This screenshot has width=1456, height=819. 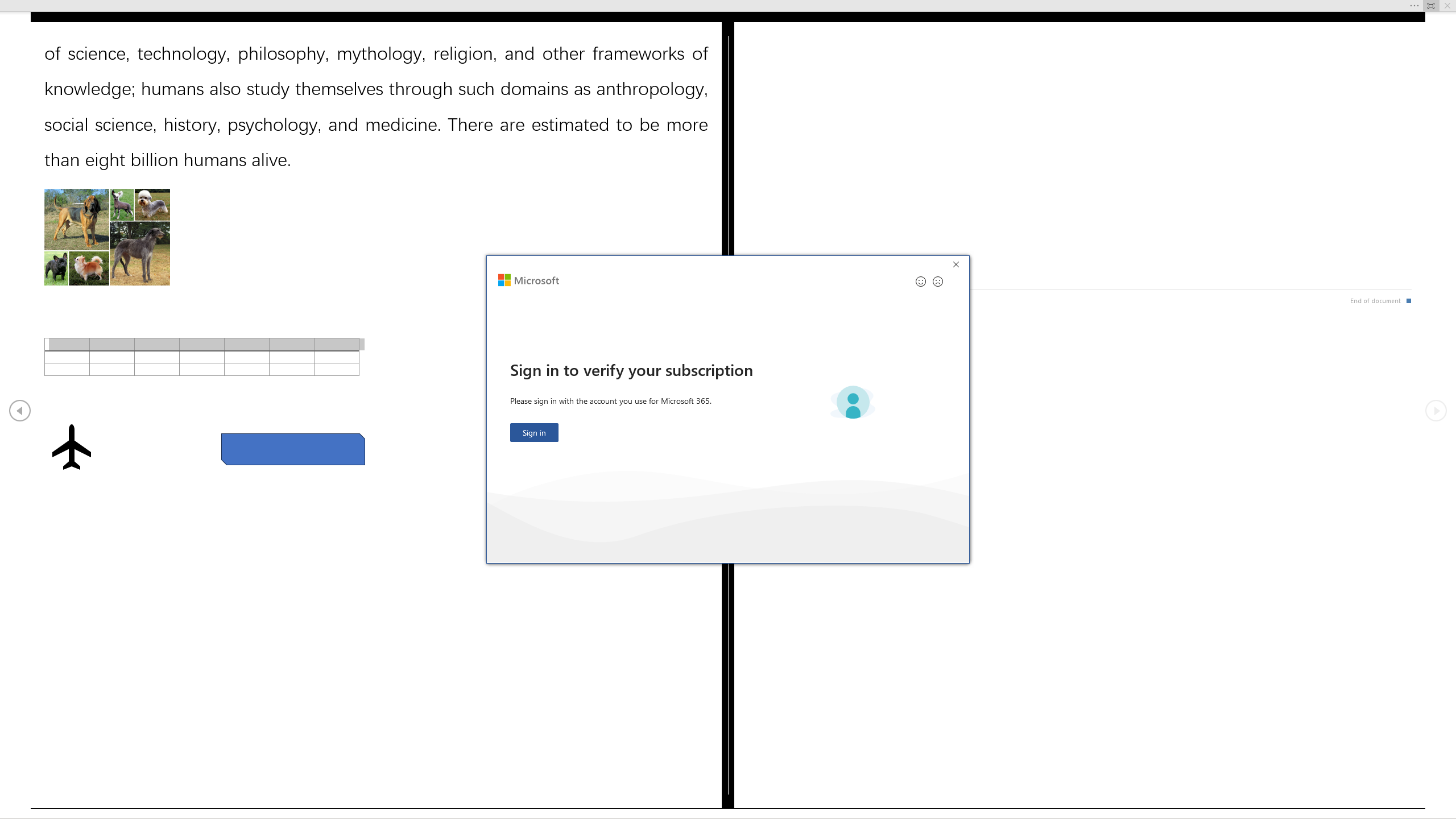 What do you see at coordinates (71, 446) in the screenshot?
I see `'Airplane with solid fill'` at bounding box center [71, 446].